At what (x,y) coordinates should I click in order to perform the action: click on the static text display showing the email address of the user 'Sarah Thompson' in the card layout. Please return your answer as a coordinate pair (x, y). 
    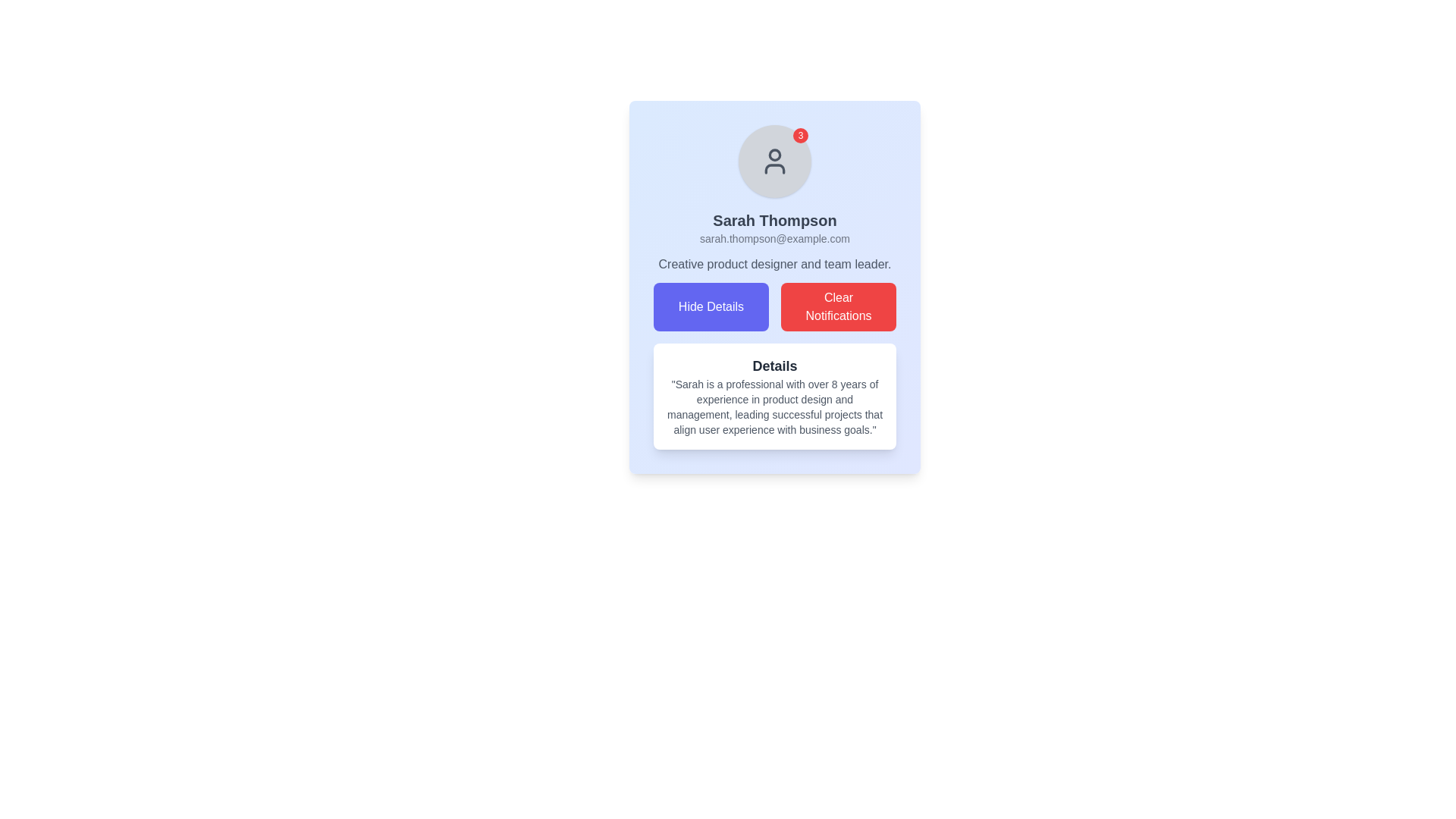
    Looking at the image, I should click on (775, 239).